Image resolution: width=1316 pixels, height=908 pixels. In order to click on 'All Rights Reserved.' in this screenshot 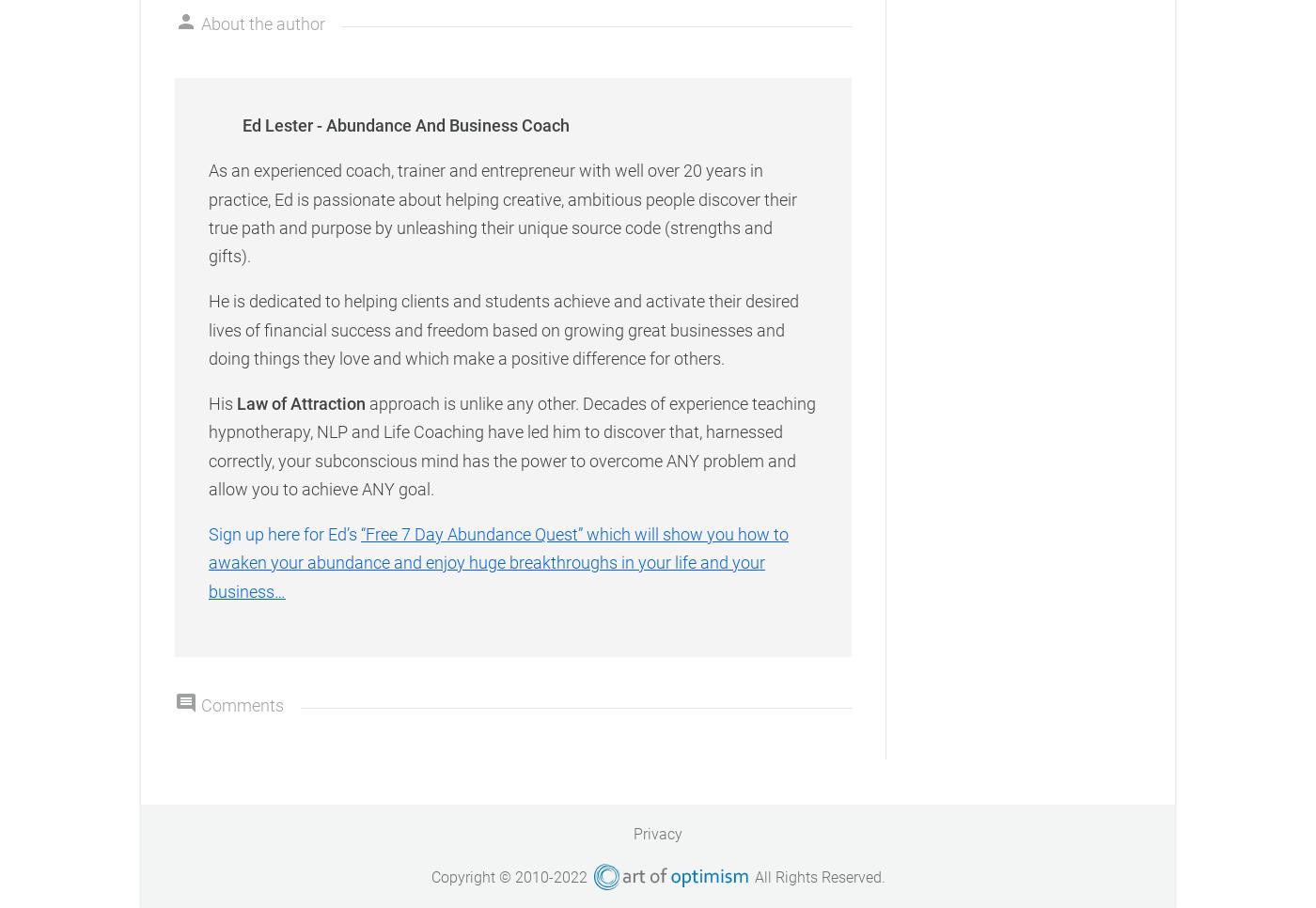, I will do `click(816, 876)`.